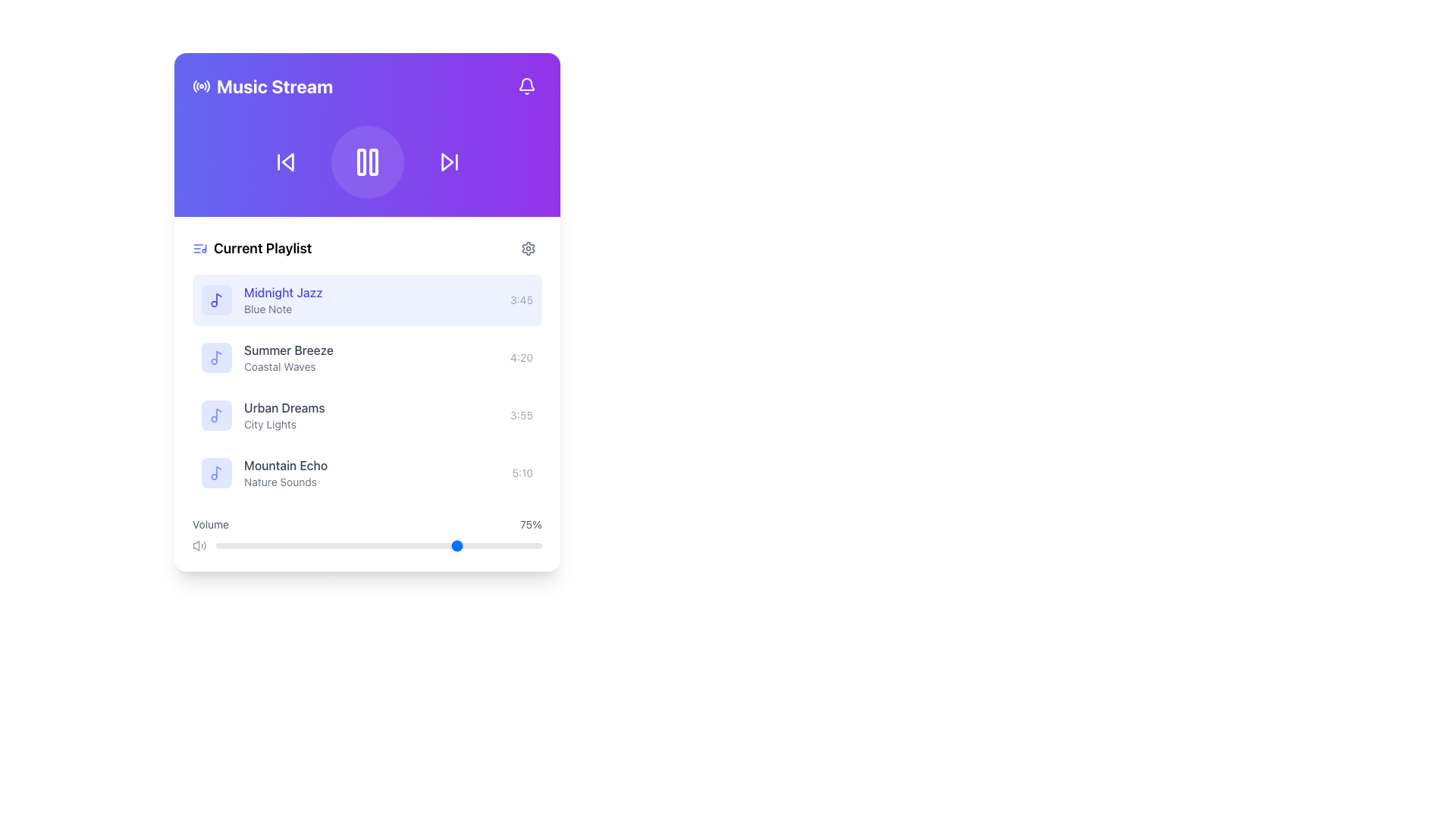  I want to click on the music note icon associated with 'Midnight Jazz' in the 'Current Playlist', so click(218, 299).